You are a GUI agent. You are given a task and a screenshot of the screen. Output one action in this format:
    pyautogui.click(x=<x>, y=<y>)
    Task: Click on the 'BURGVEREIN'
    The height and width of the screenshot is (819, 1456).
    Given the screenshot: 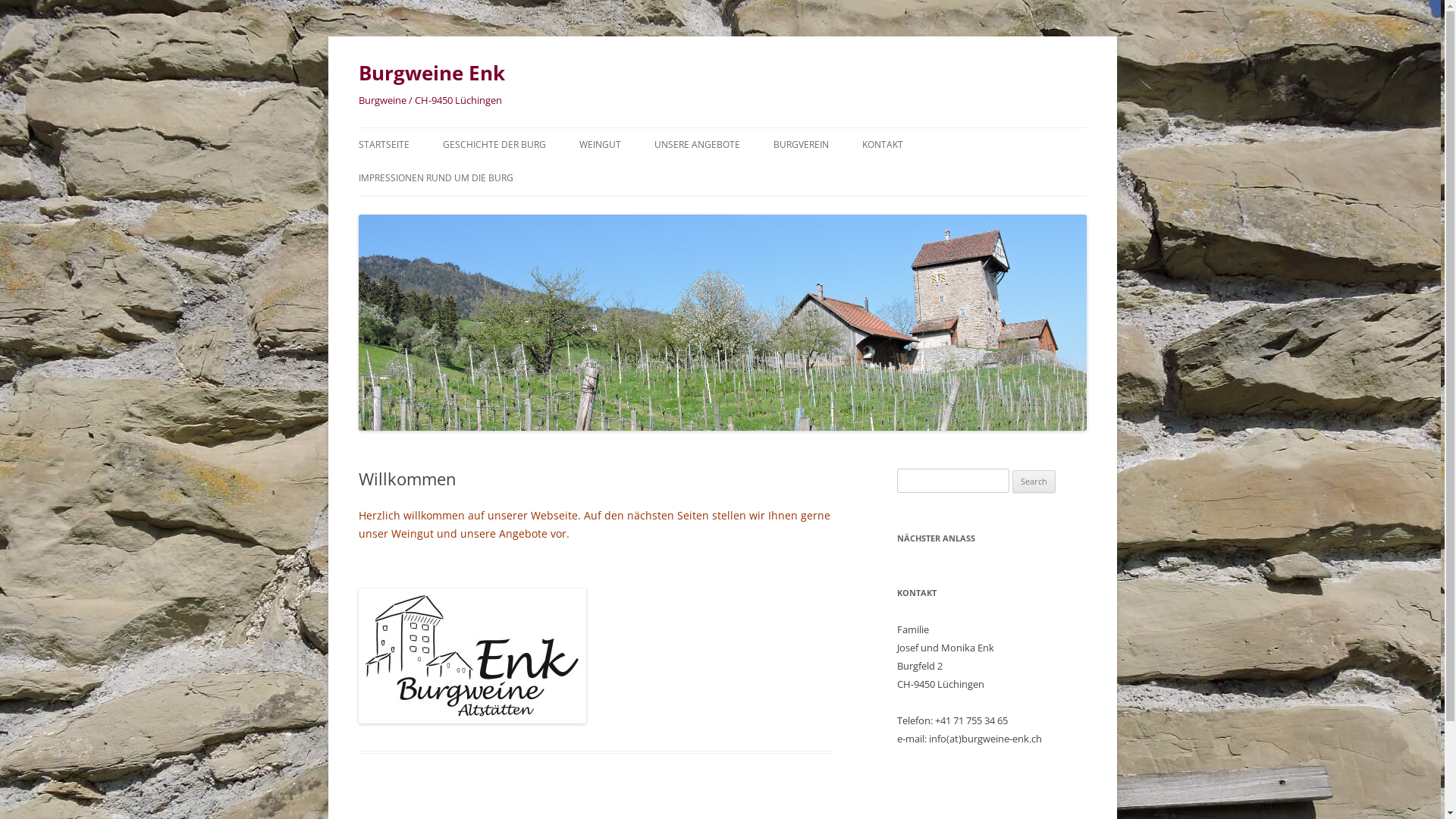 What is the action you would take?
    pyautogui.click(x=800, y=145)
    